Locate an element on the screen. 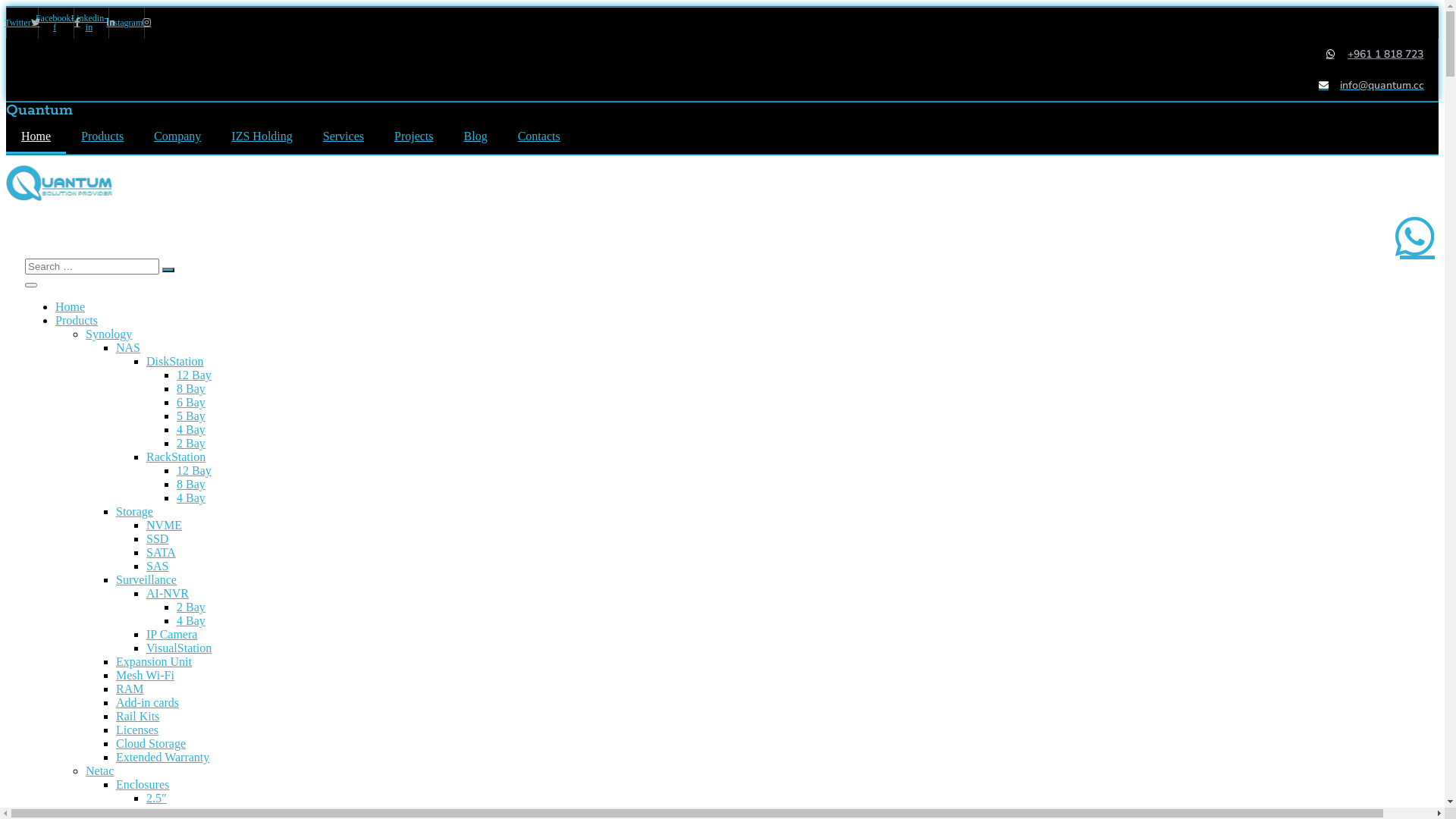  'AI-NVR' is located at coordinates (146, 592).